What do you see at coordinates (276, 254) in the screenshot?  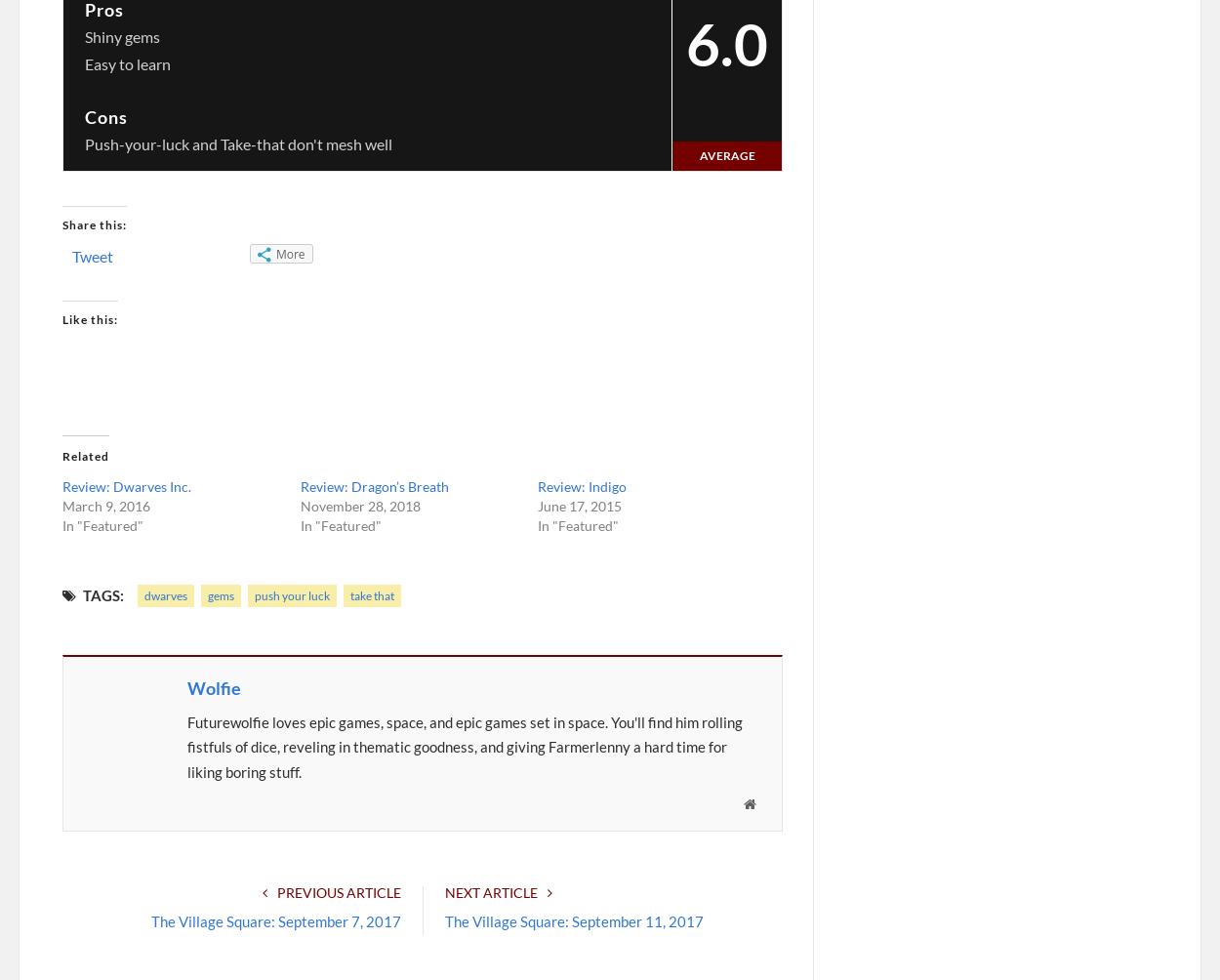 I see `'More'` at bounding box center [276, 254].